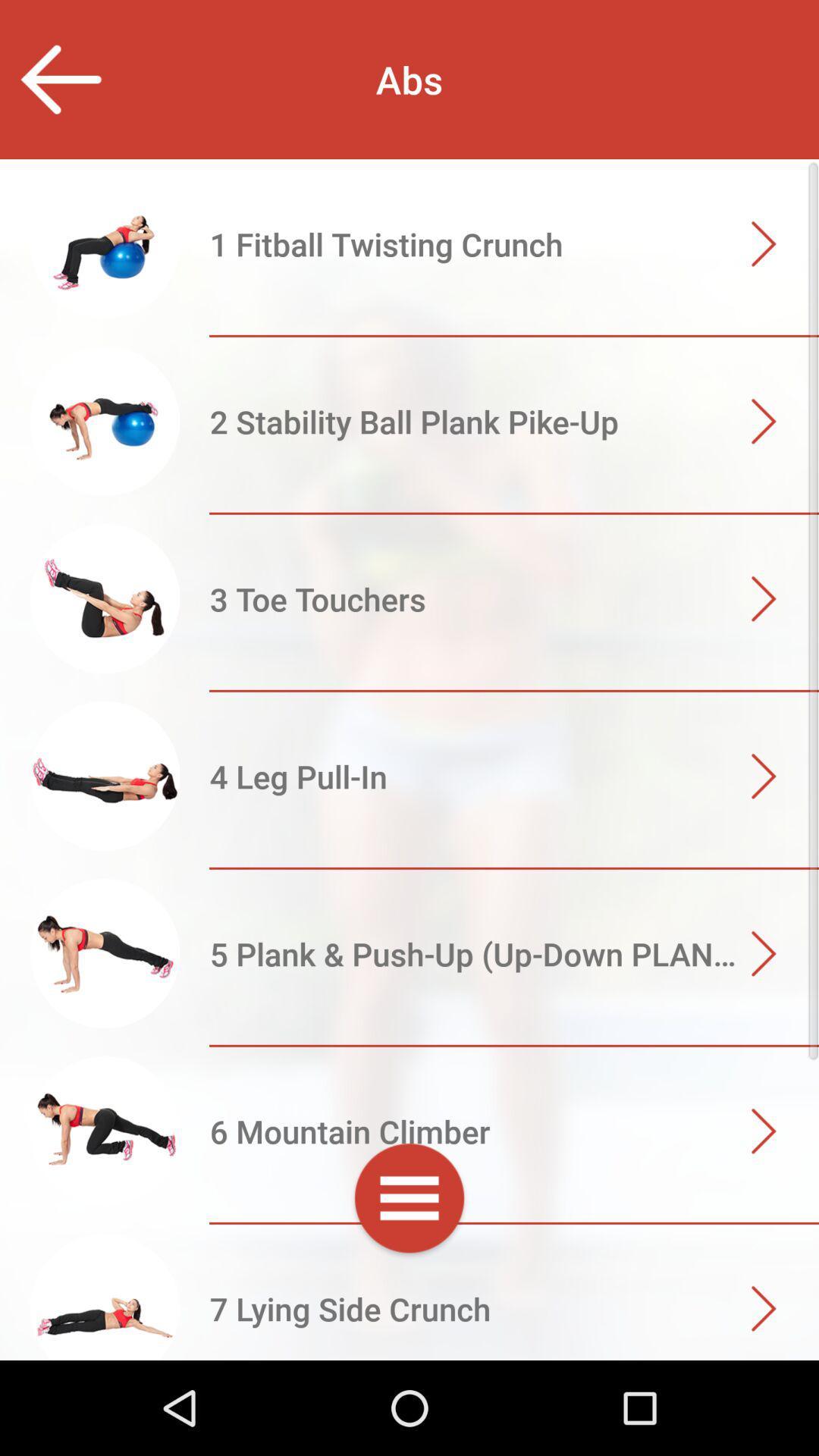 The height and width of the screenshot is (1456, 819). What do you see at coordinates (409, 1310) in the screenshot?
I see `open 7 lying side crunch` at bounding box center [409, 1310].